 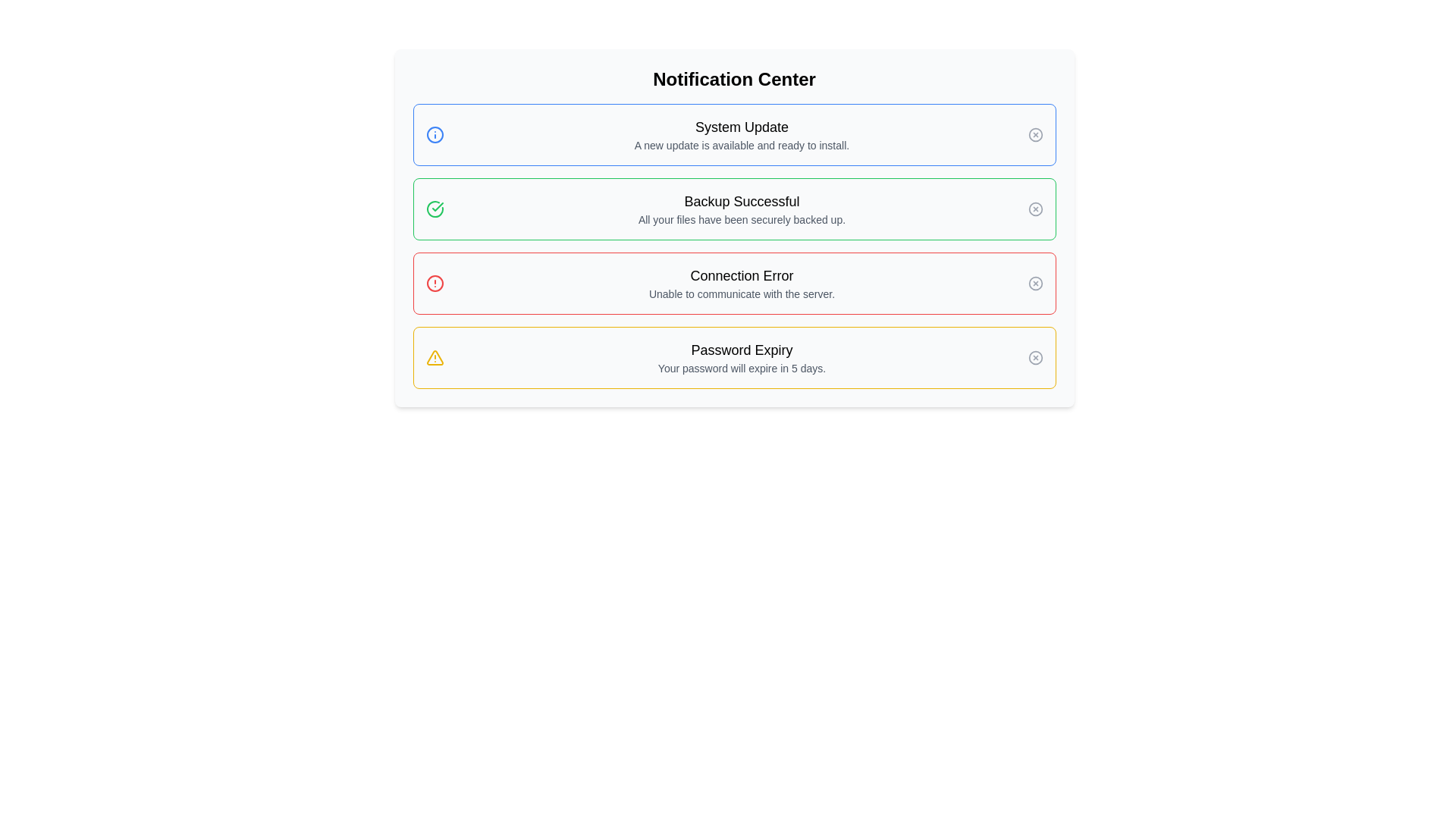 What do you see at coordinates (1034, 209) in the screenshot?
I see `the SVG Circle icon representing the close action in the third notification card titled 'Backup Successful' within the Notification Center` at bounding box center [1034, 209].